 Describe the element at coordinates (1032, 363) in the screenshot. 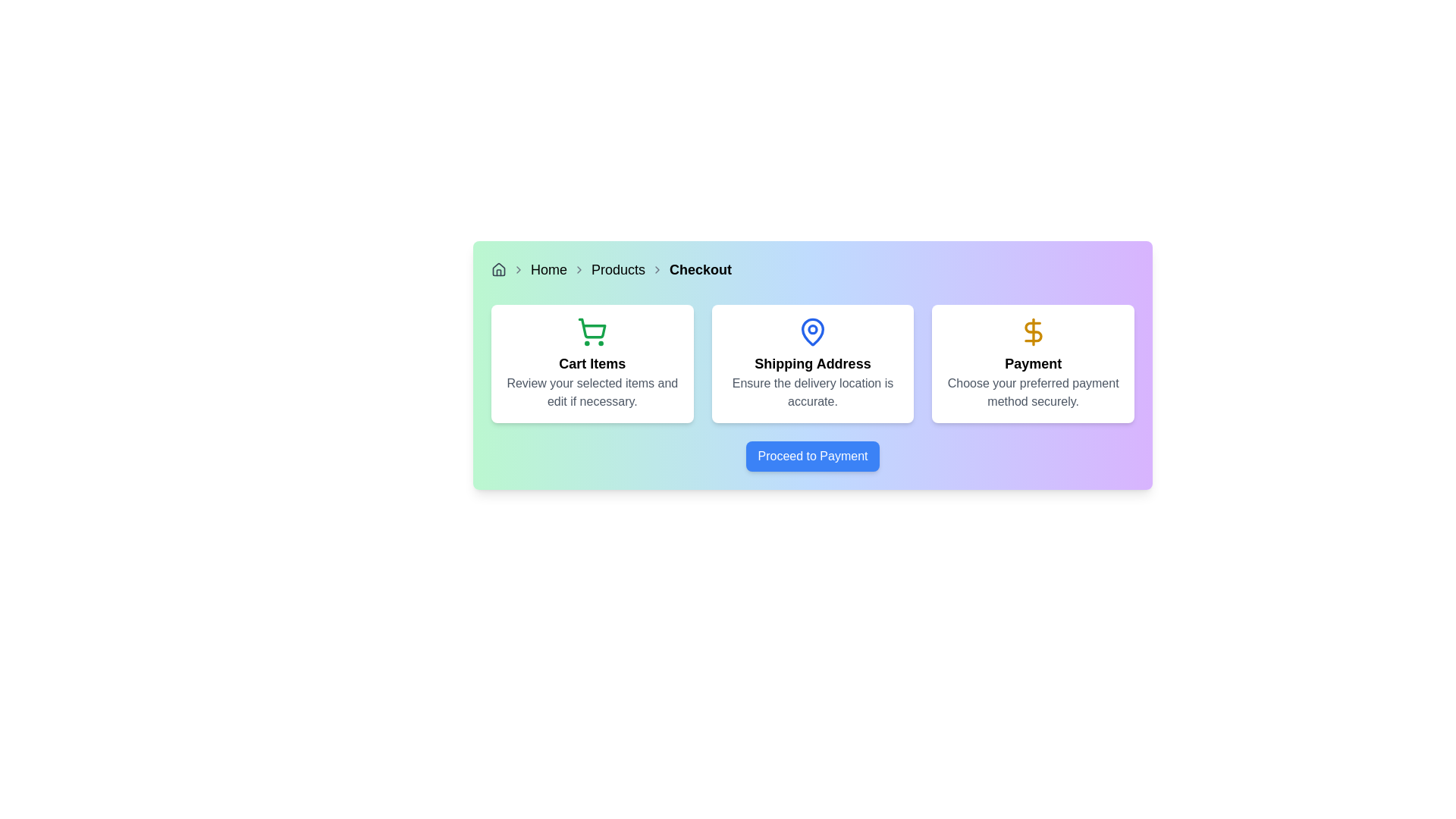

I see `the 'Payment' label which is a bold black text displaying 'Payment', located below the gold dollar icon in the third payment card` at that location.